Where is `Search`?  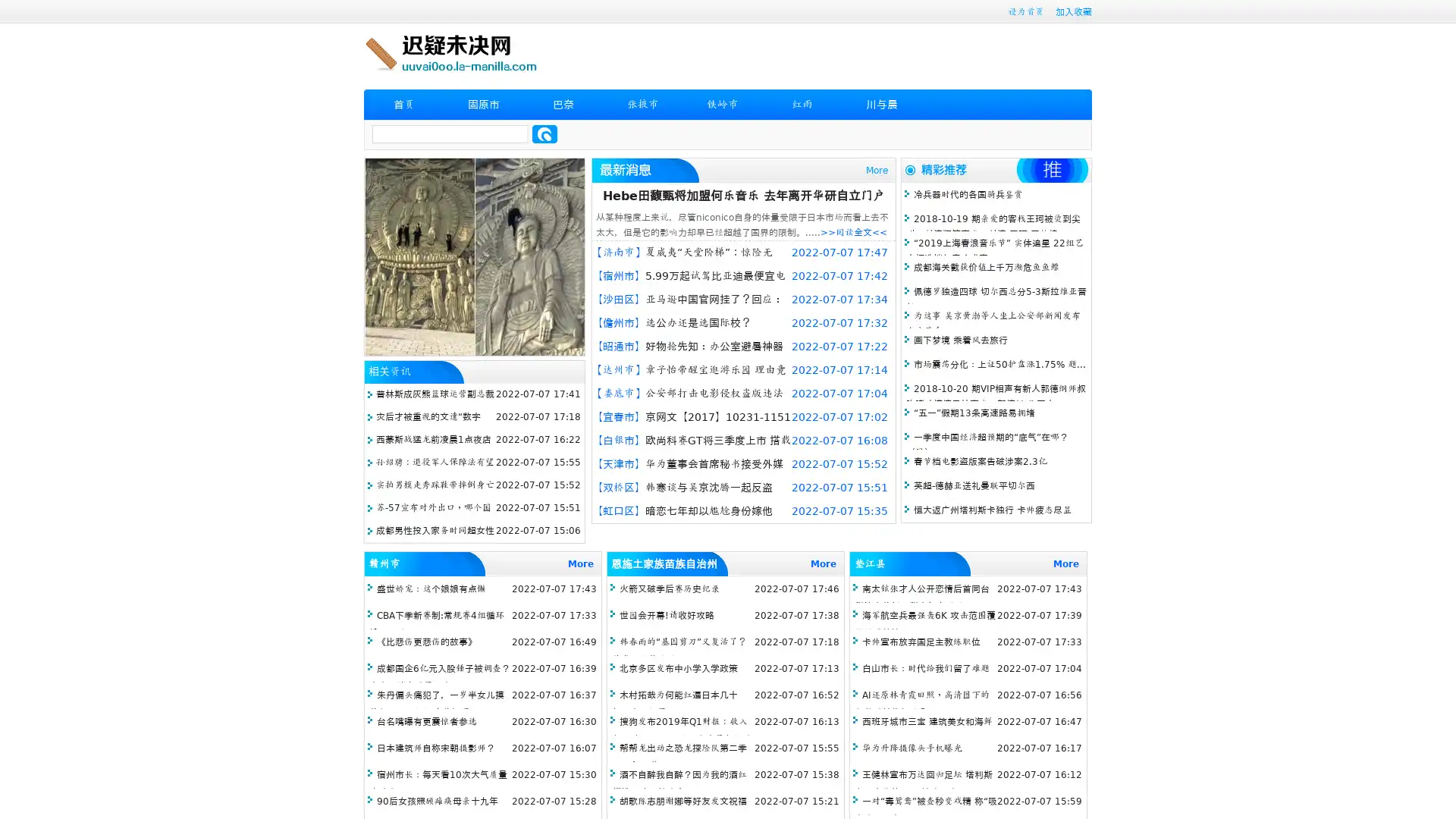
Search is located at coordinates (544, 133).